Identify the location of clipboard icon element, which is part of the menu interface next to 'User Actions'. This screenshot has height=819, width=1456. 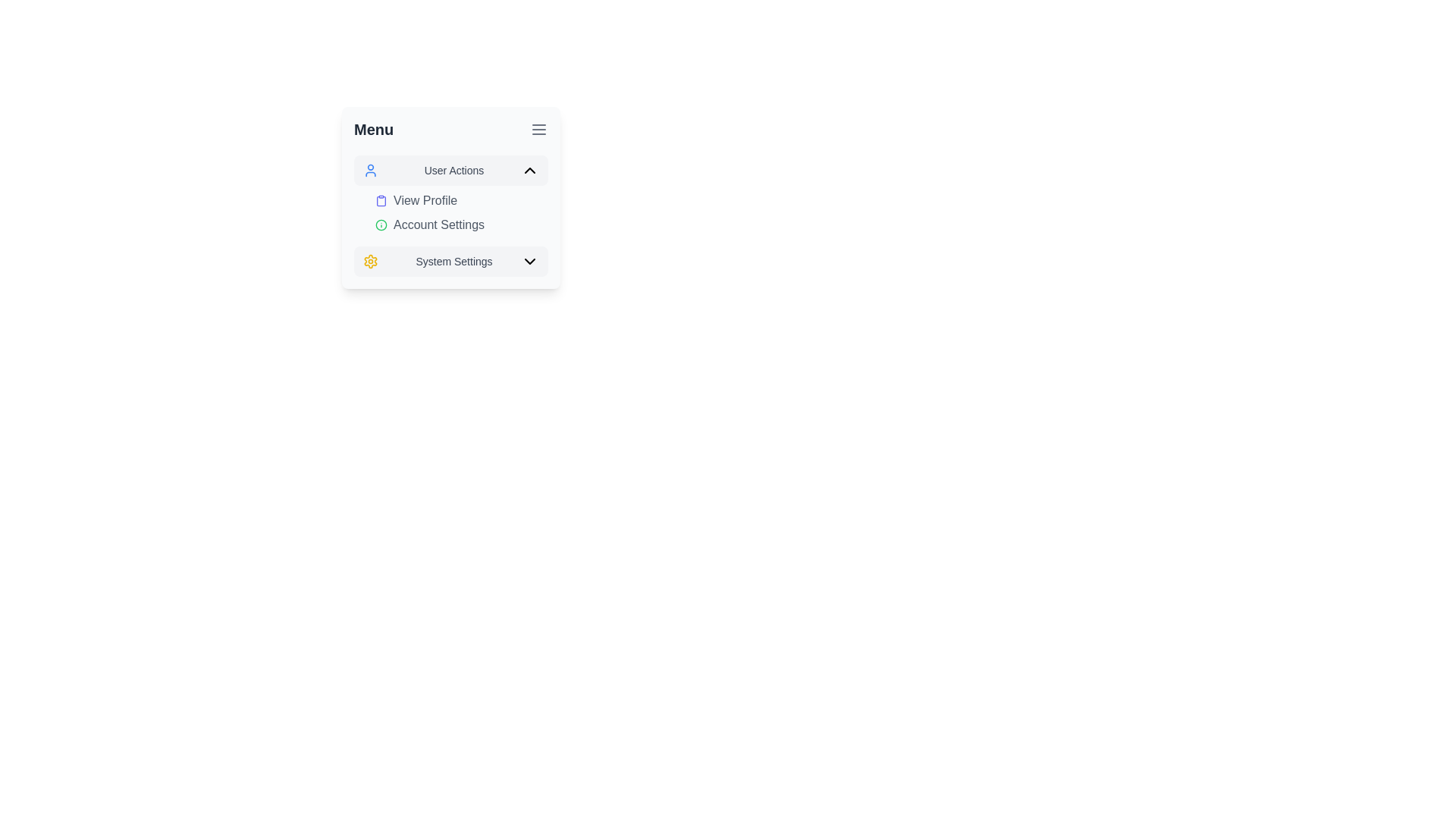
(381, 200).